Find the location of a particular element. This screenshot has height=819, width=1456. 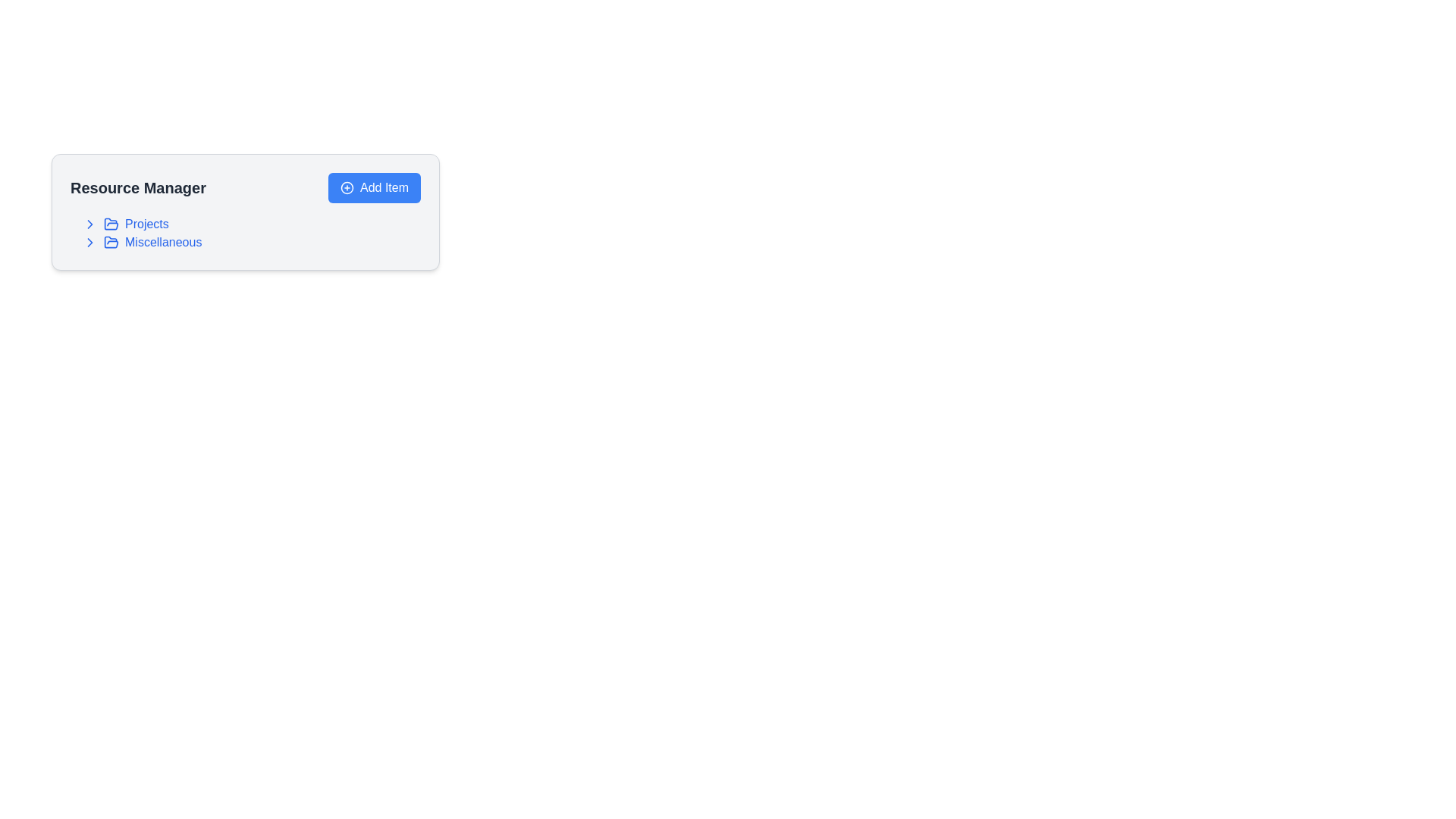

the blue text label reading 'Projects' located in the 'Resource Manager' menu is located at coordinates (146, 224).